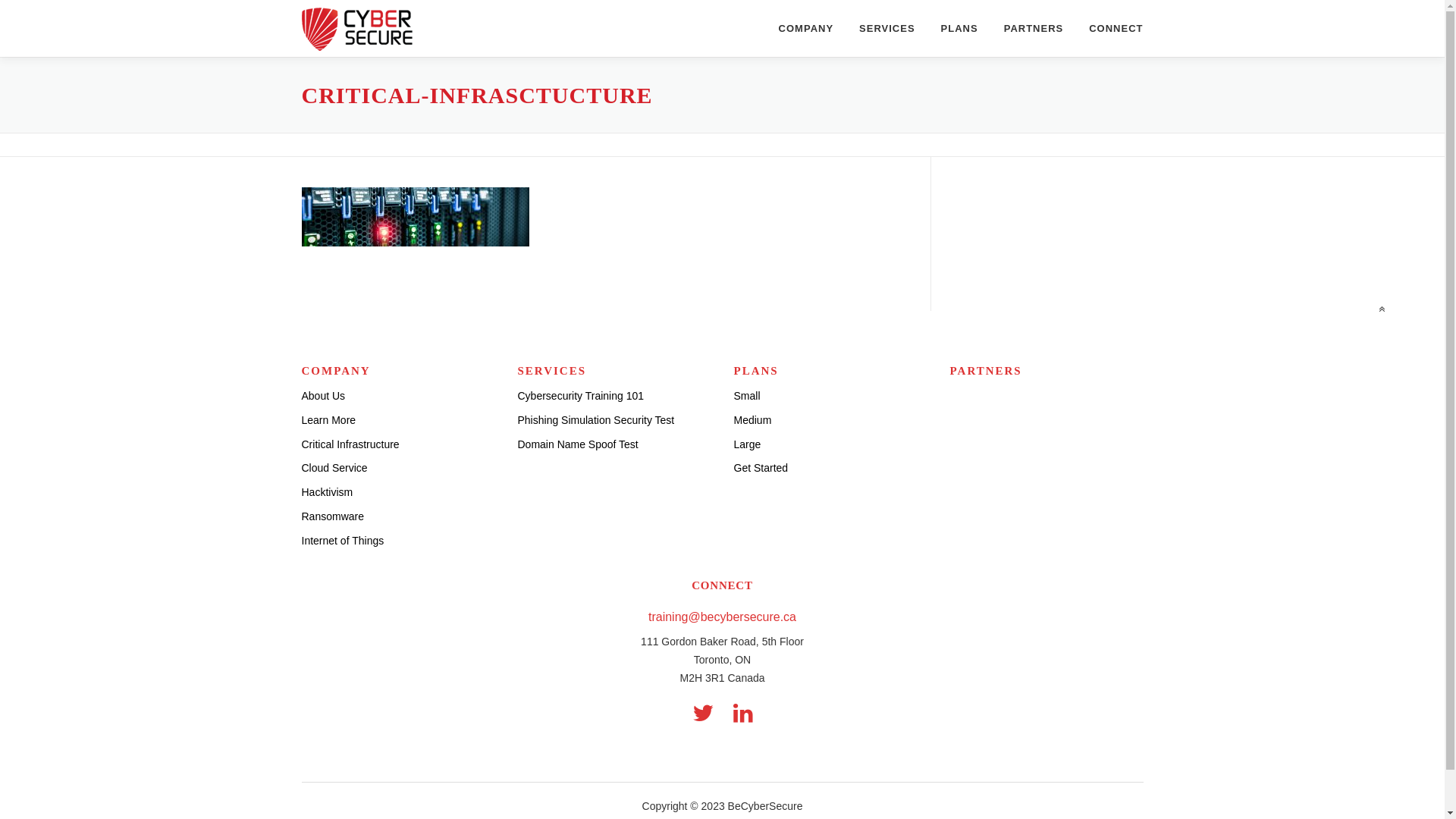 The height and width of the screenshot is (819, 1456). Describe the element at coordinates (342, 540) in the screenshot. I see `'Internet of Things'` at that location.